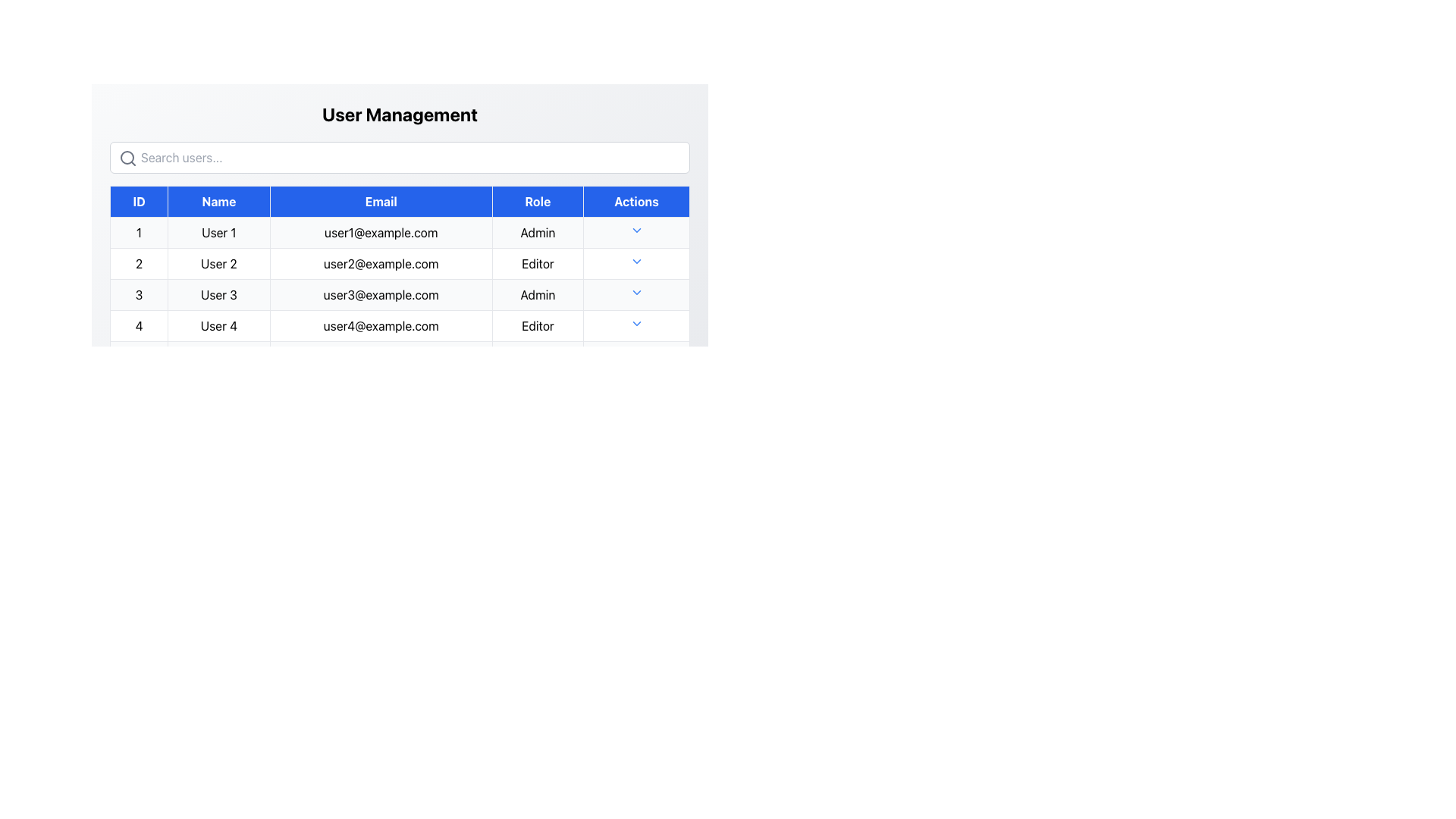 Image resolution: width=1456 pixels, height=819 pixels. I want to click on the static text element displaying 'Admin' in black font, located in the last column under the 'Role' header for User 1, so click(538, 233).